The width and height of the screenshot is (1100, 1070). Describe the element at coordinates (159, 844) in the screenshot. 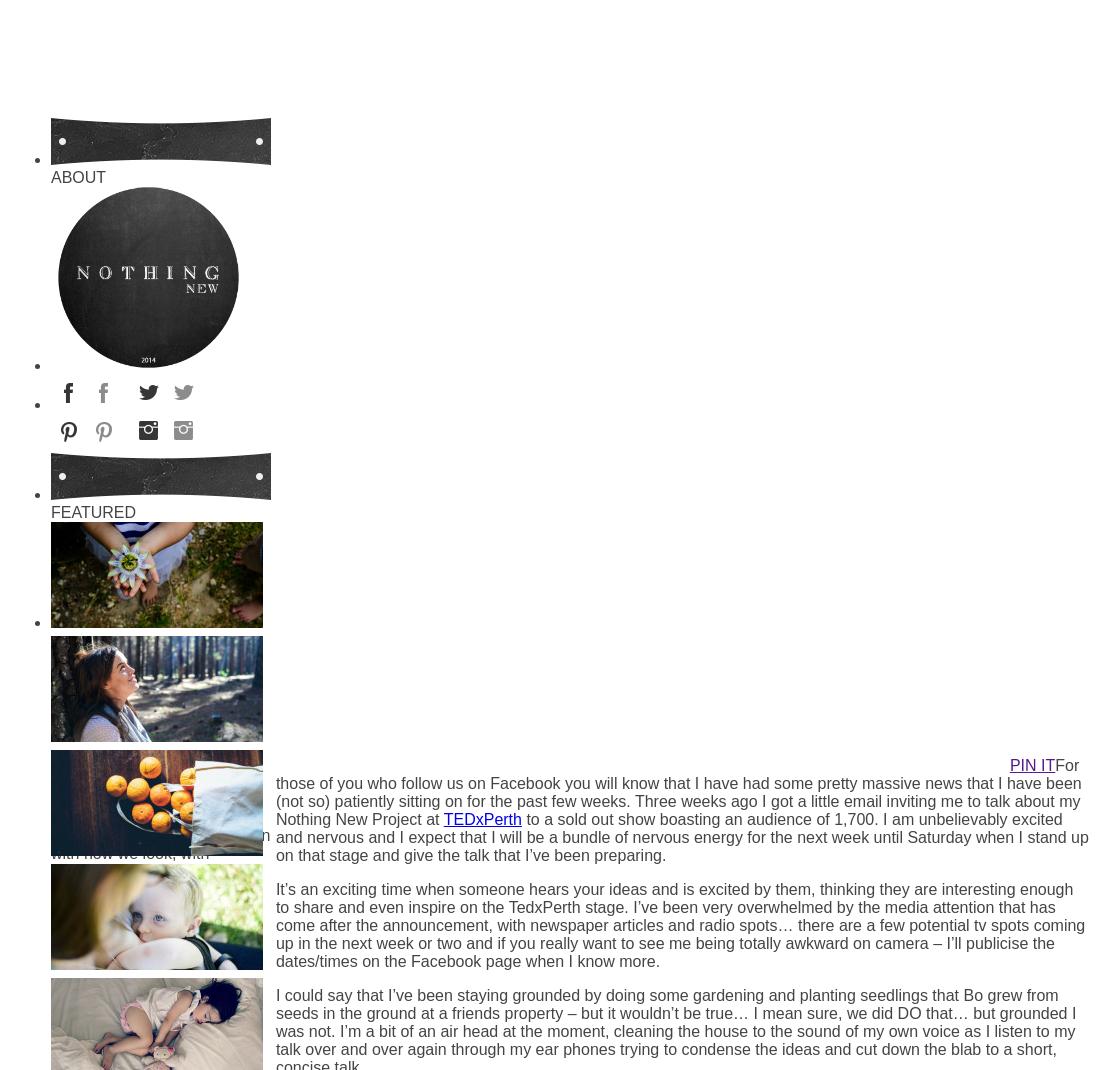

I see `'We concern ourselves so often with how we look, with'` at that location.